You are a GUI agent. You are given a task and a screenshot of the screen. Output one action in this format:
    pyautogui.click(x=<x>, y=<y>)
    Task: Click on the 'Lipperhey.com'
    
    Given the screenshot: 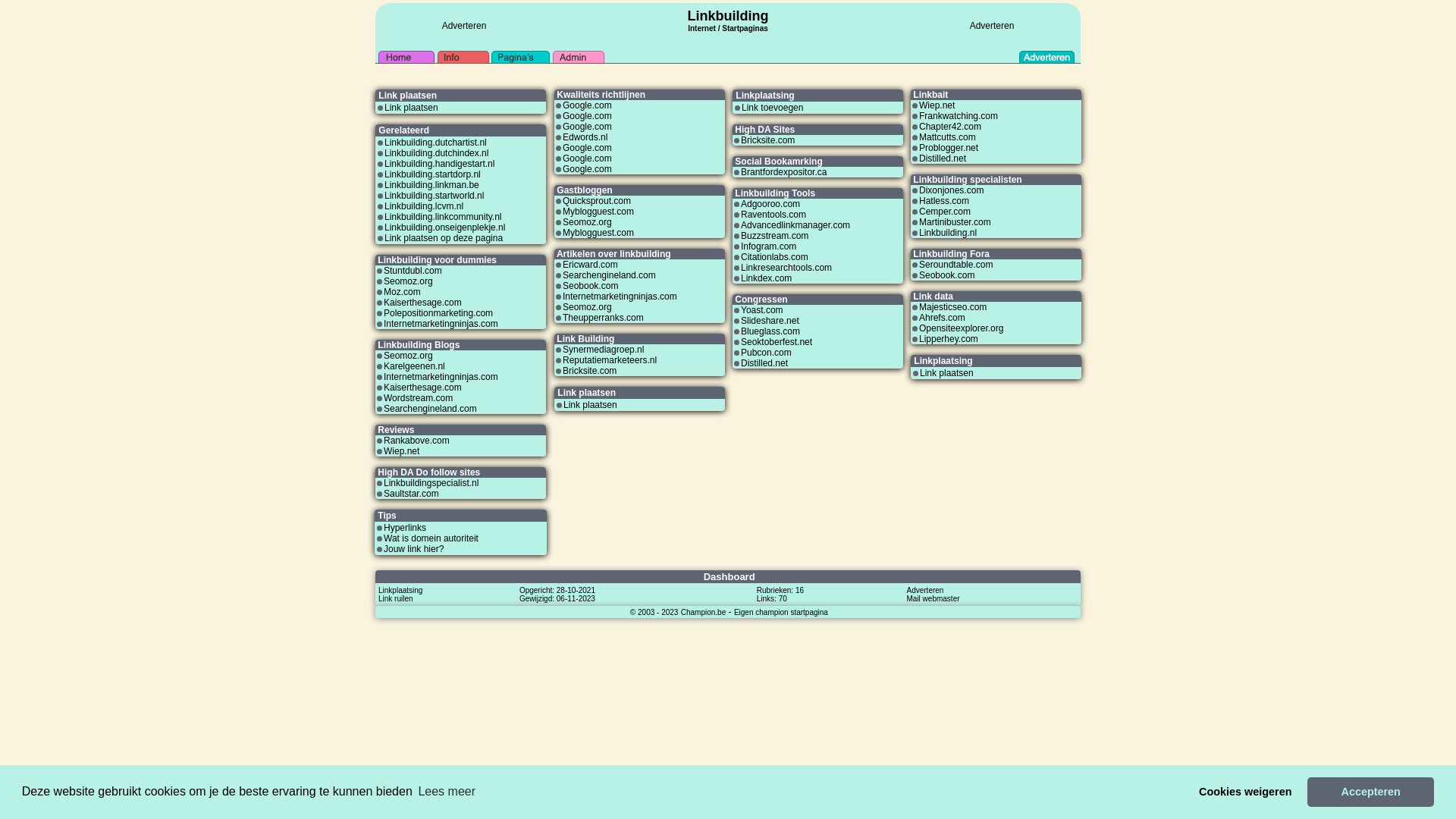 What is the action you would take?
    pyautogui.click(x=918, y=338)
    